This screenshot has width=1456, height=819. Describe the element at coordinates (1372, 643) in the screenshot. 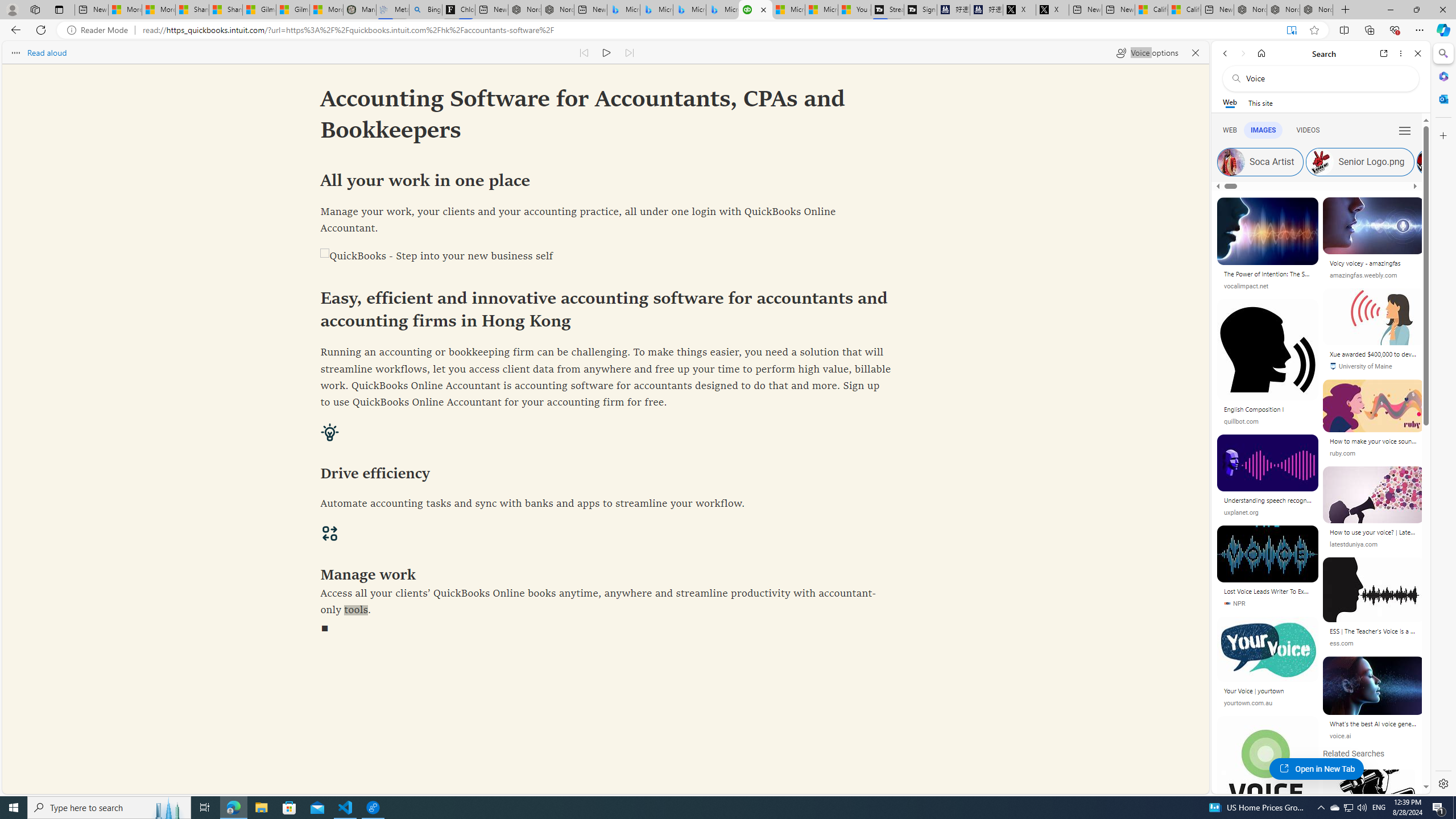

I see `'ess.com'` at that location.